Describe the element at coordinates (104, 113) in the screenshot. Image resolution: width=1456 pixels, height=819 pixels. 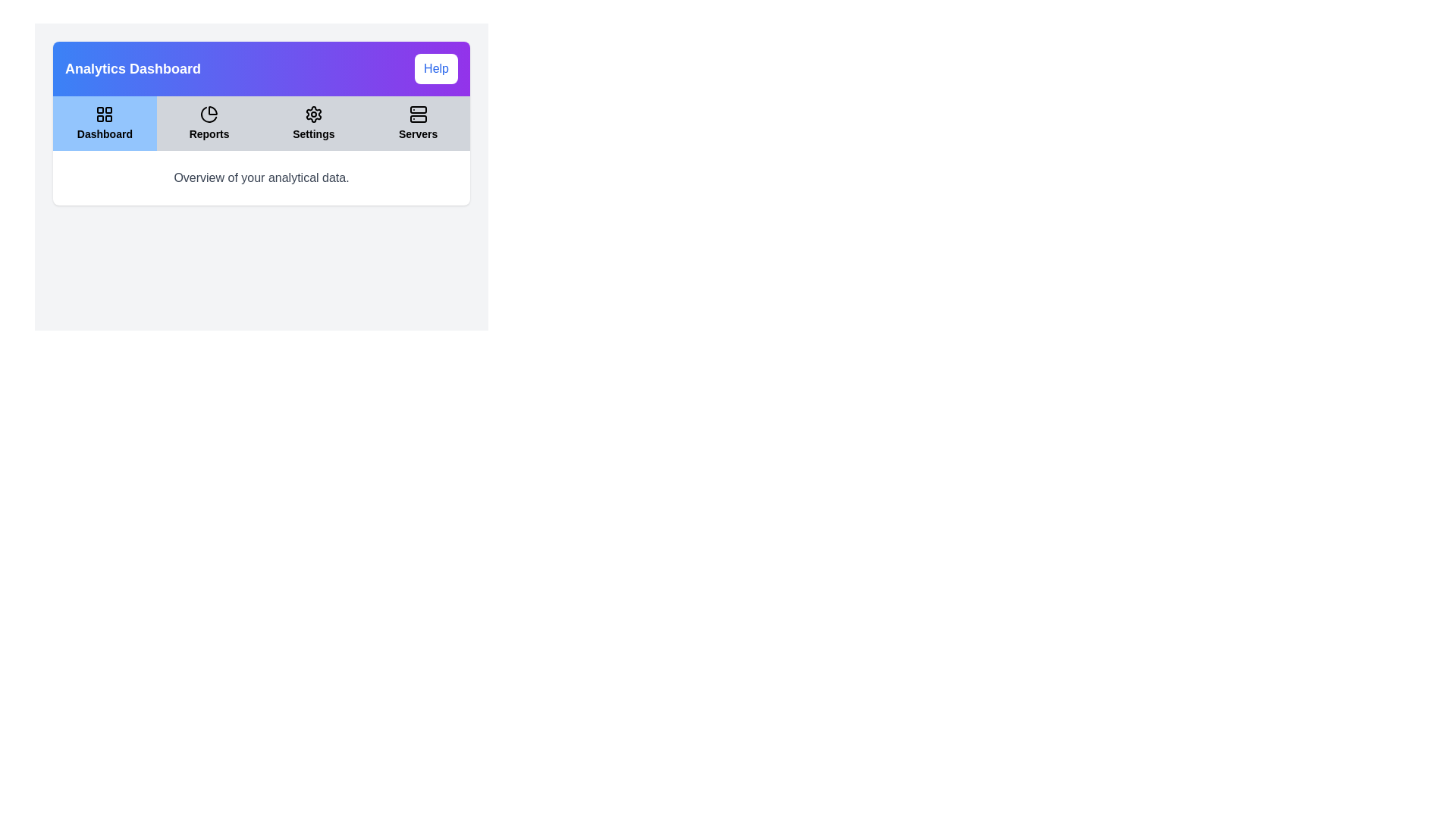
I see `the 'Dashboard' icon located in the navigation section at the top of the interface` at that location.